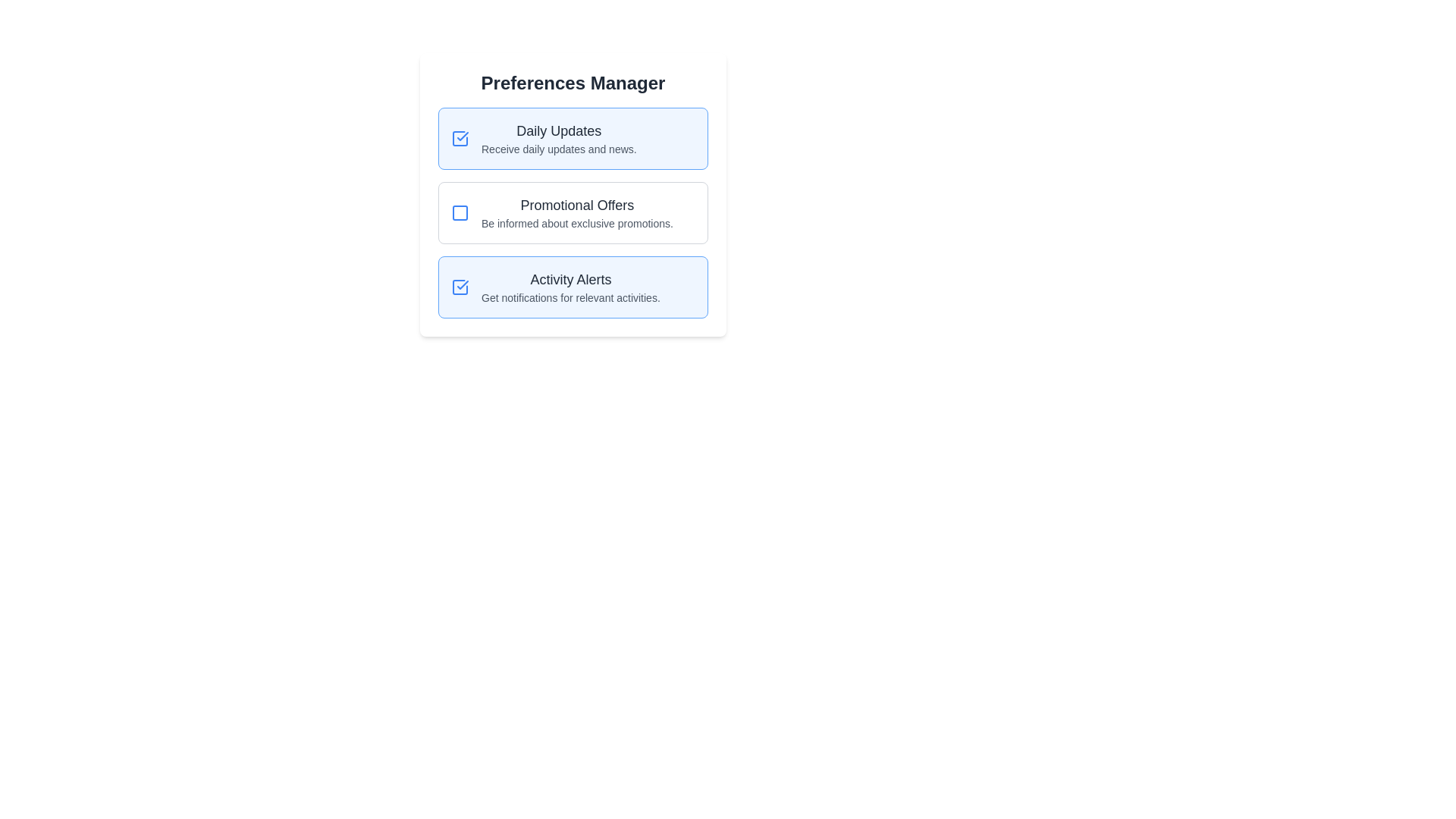 The height and width of the screenshot is (819, 1456). What do you see at coordinates (576, 205) in the screenshot?
I see `the 'Promotional Offers' text label element, which is a medium-sized, bold, gray-colored header in the preferences management interface` at bounding box center [576, 205].